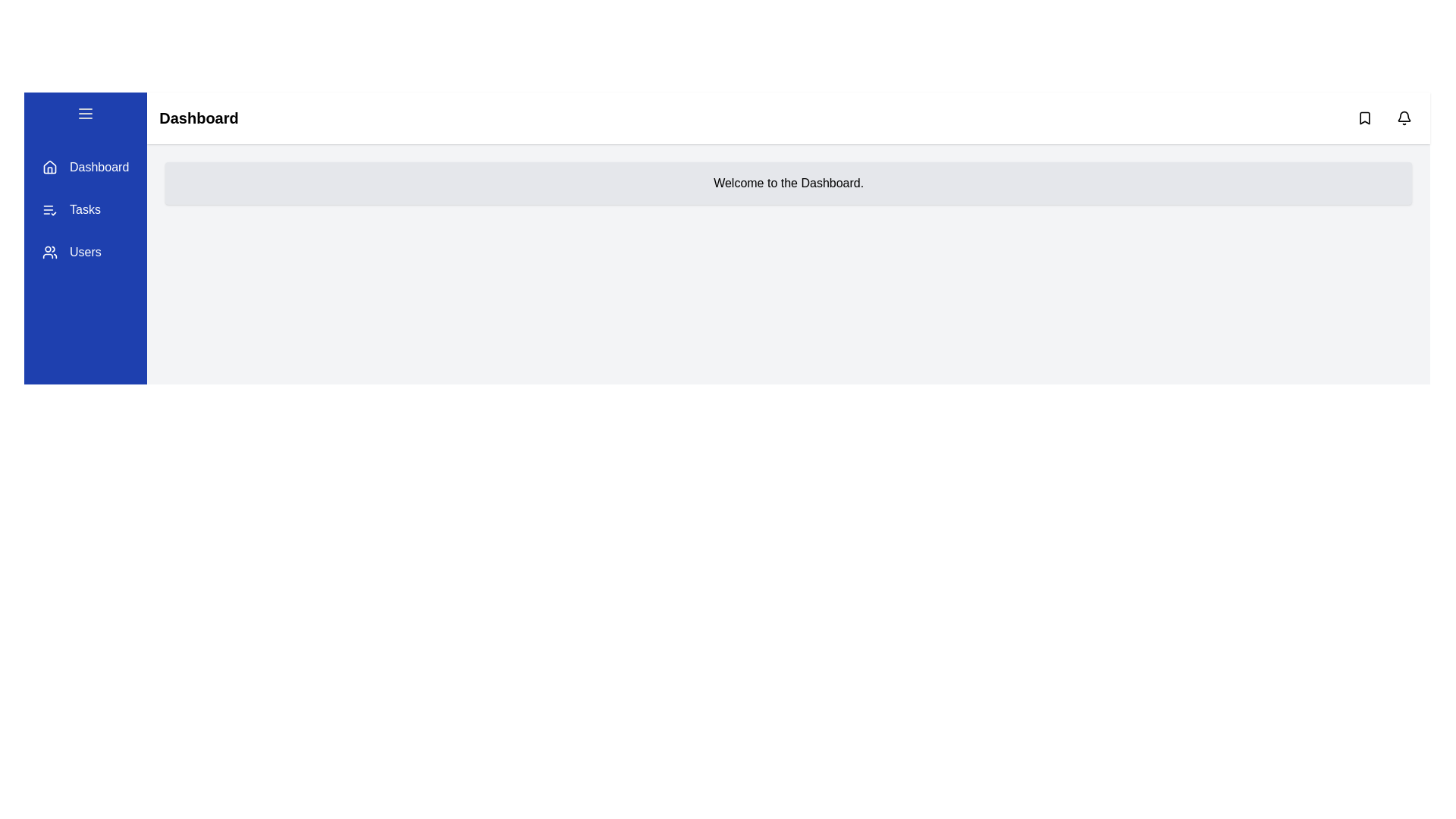 The width and height of the screenshot is (1456, 819). I want to click on the notifications button located in the top-right corner of the interface, so click(1404, 117).